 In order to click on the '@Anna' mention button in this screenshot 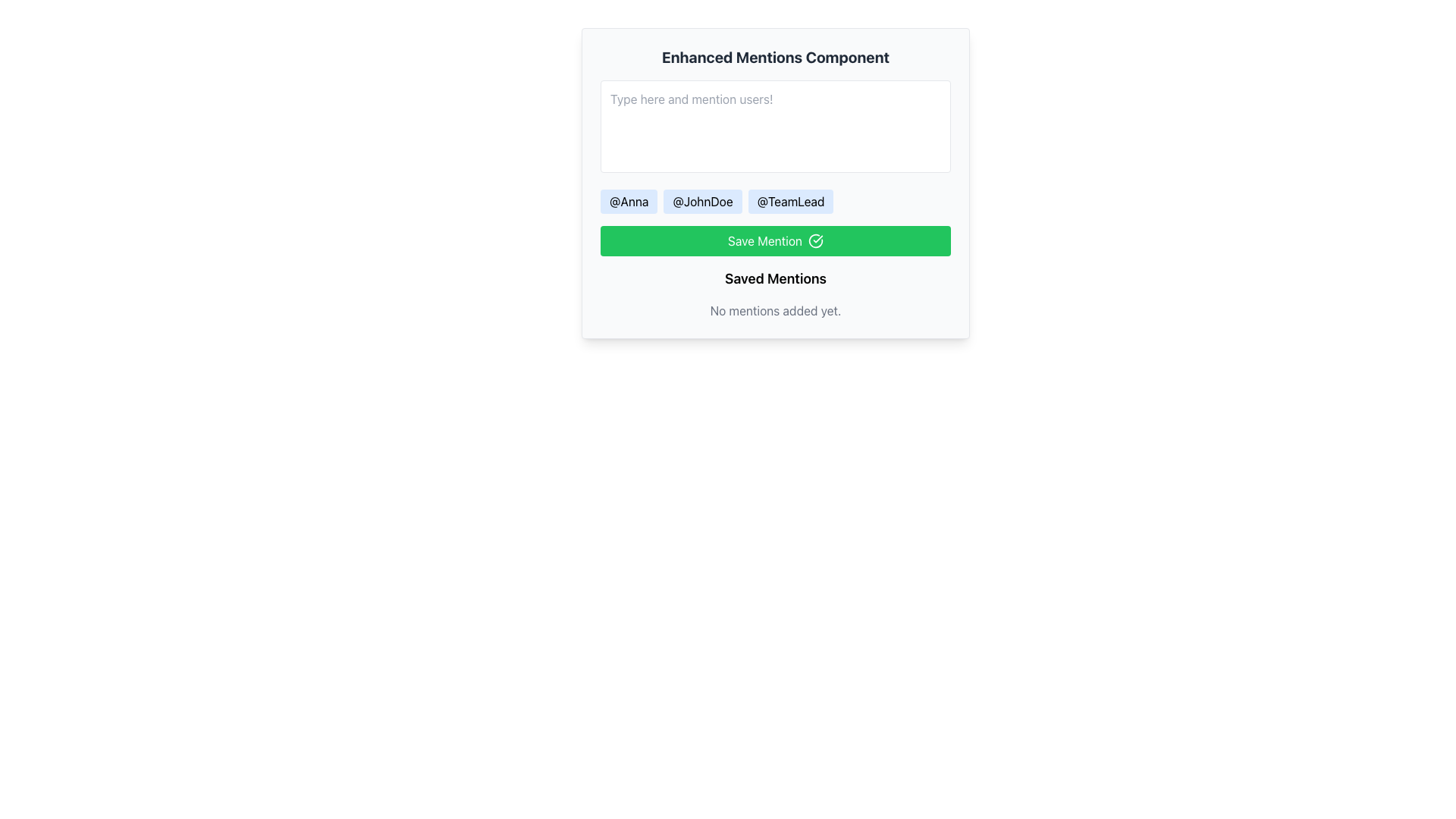, I will do `click(629, 201)`.